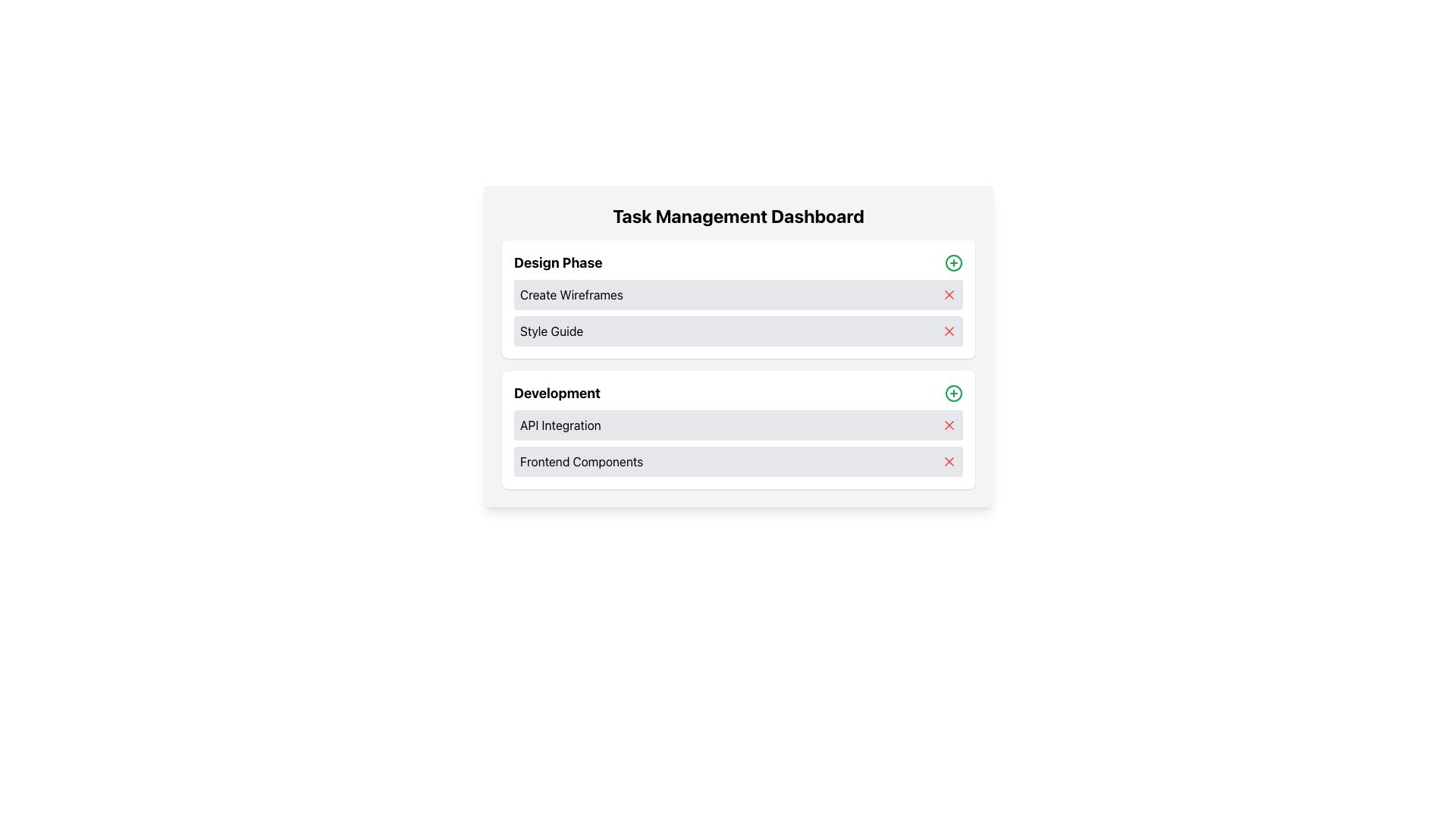 Image resolution: width=1456 pixels, height=819 pixels. Describe the element at coordinates (557, 262) in the screenshot. I see `heading text element for the 'Design Phase' tasks section, which is positioned at the top of the card and serves to organize associated tasks` at that location.